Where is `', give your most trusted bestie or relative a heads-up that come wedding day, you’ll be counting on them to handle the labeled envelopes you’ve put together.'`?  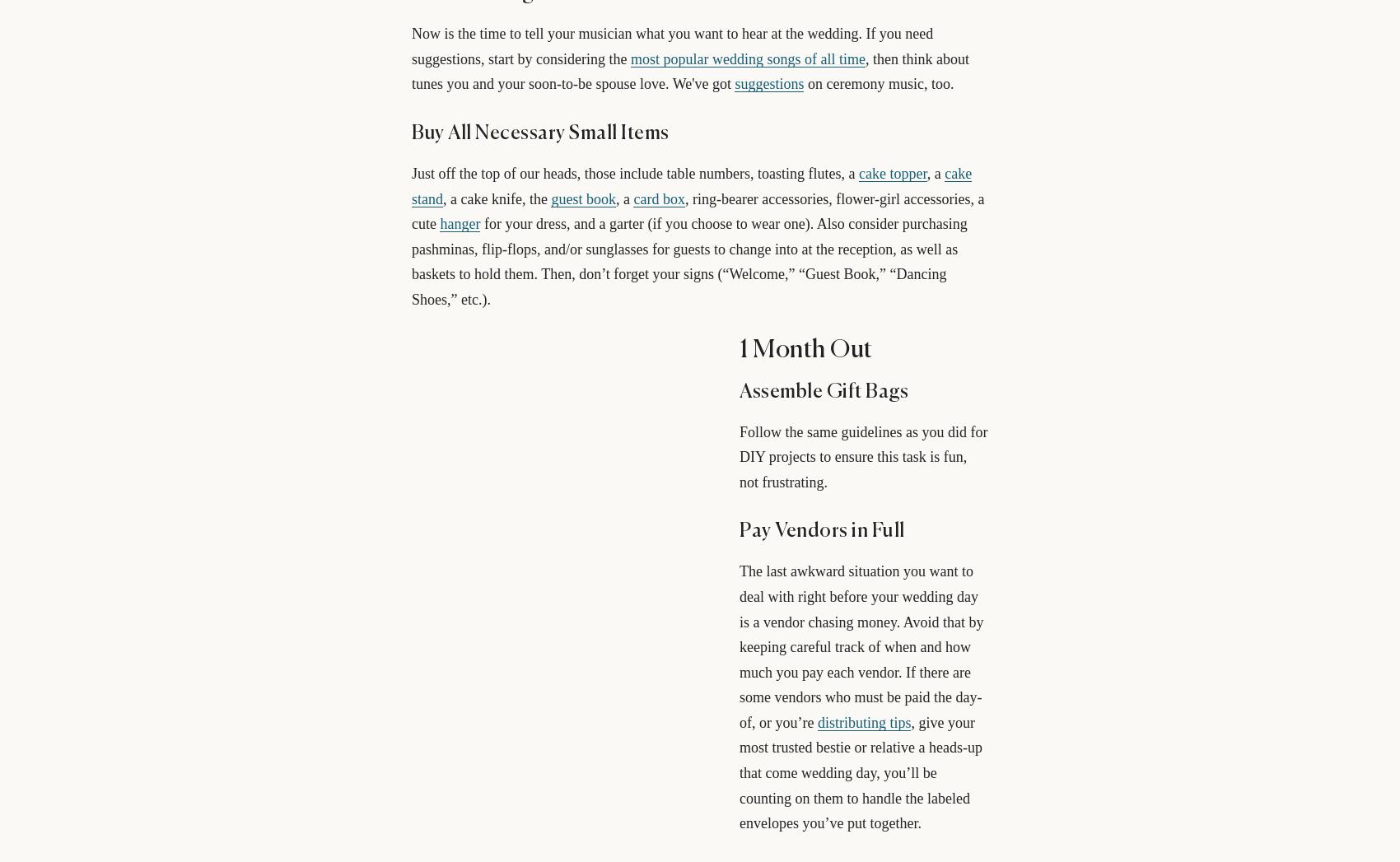
', give your most trusted bestie or relative a heads-up that come wedding day, you’ll be counting on them to handle the labeled envelopes you’ve put together.' is located at coordinates (859, 772).